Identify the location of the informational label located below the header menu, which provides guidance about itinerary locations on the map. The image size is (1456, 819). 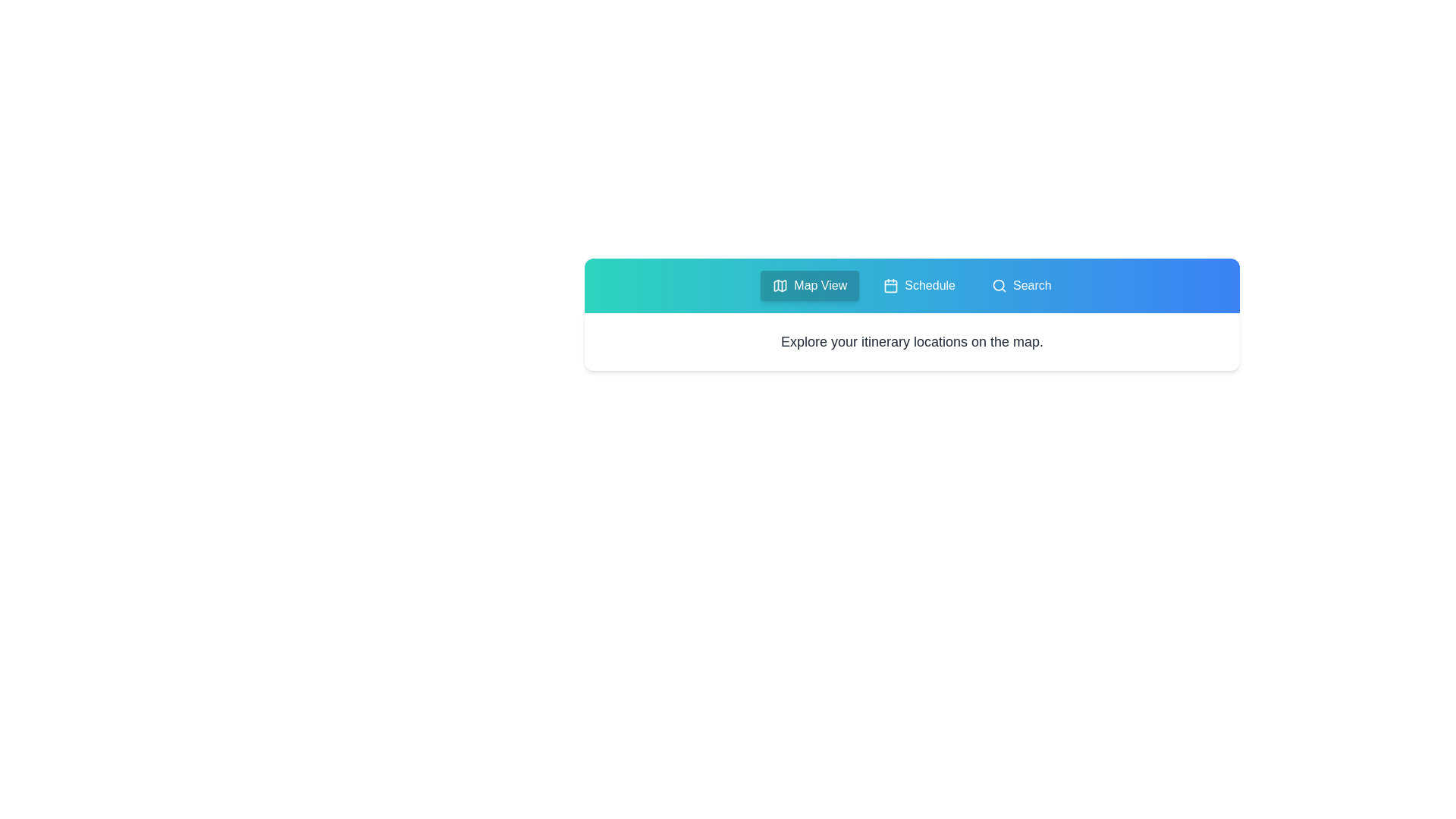
(912, 342).